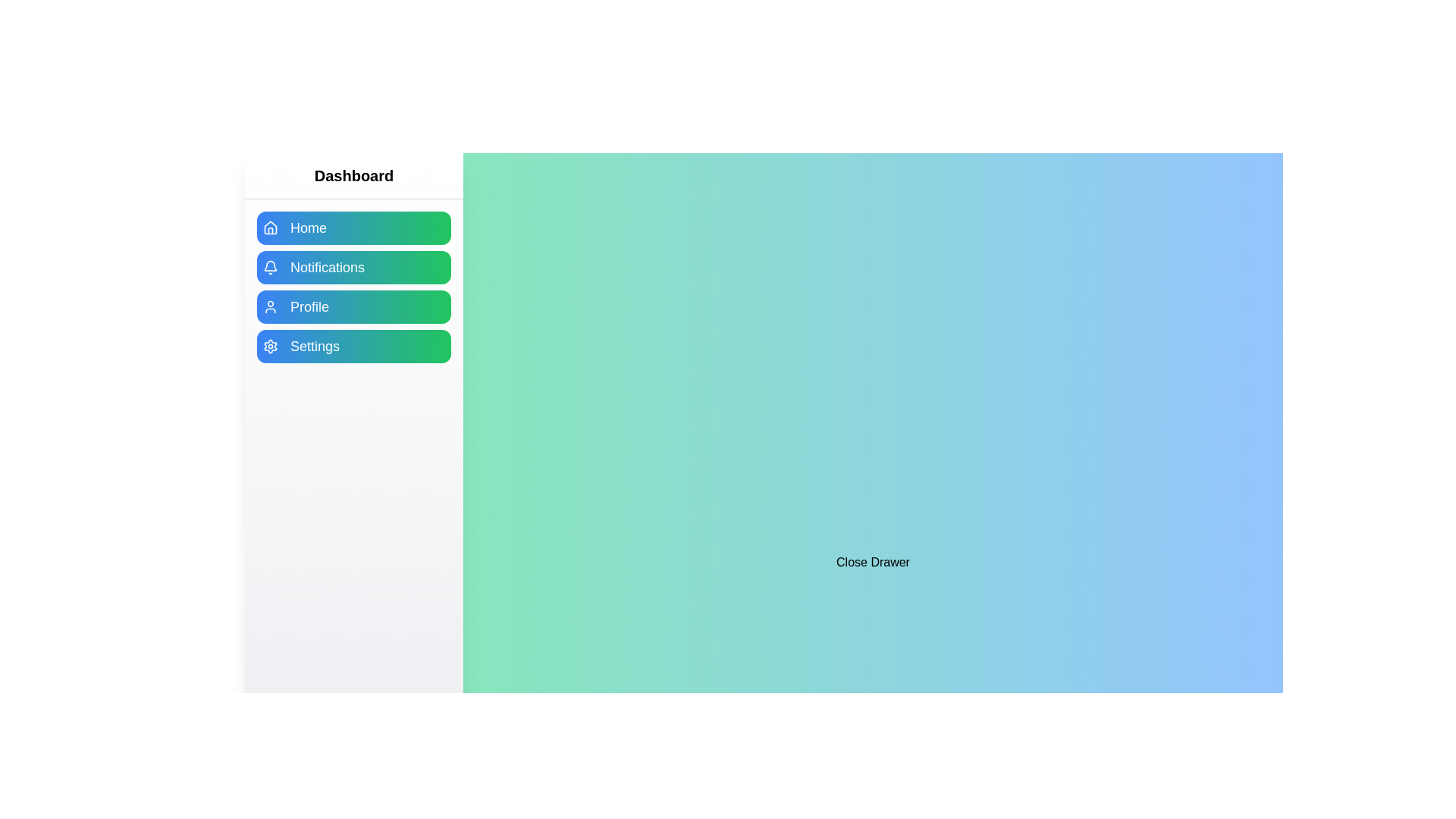 The image size is (1456, 819). Describe the element at coordinates (353, 346) in the screenshot. I see `the menu item labeled Settings` at that location.